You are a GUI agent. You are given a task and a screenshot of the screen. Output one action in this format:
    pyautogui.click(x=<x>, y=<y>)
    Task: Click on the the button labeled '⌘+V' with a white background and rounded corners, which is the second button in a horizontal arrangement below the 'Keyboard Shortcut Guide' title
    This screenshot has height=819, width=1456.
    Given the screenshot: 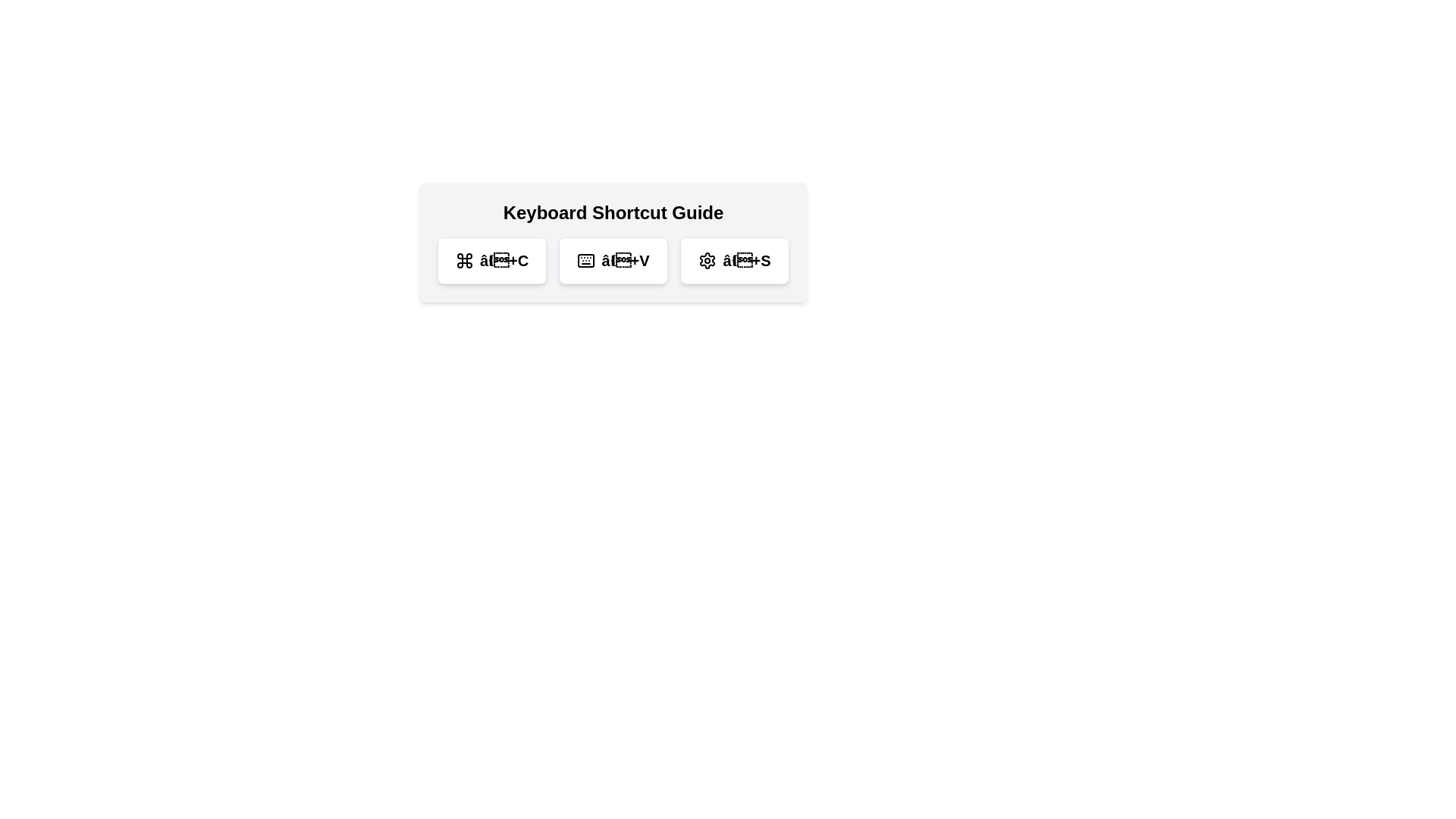 What is the action you would take?
    pyautogui.click(x=613, y=242)
    